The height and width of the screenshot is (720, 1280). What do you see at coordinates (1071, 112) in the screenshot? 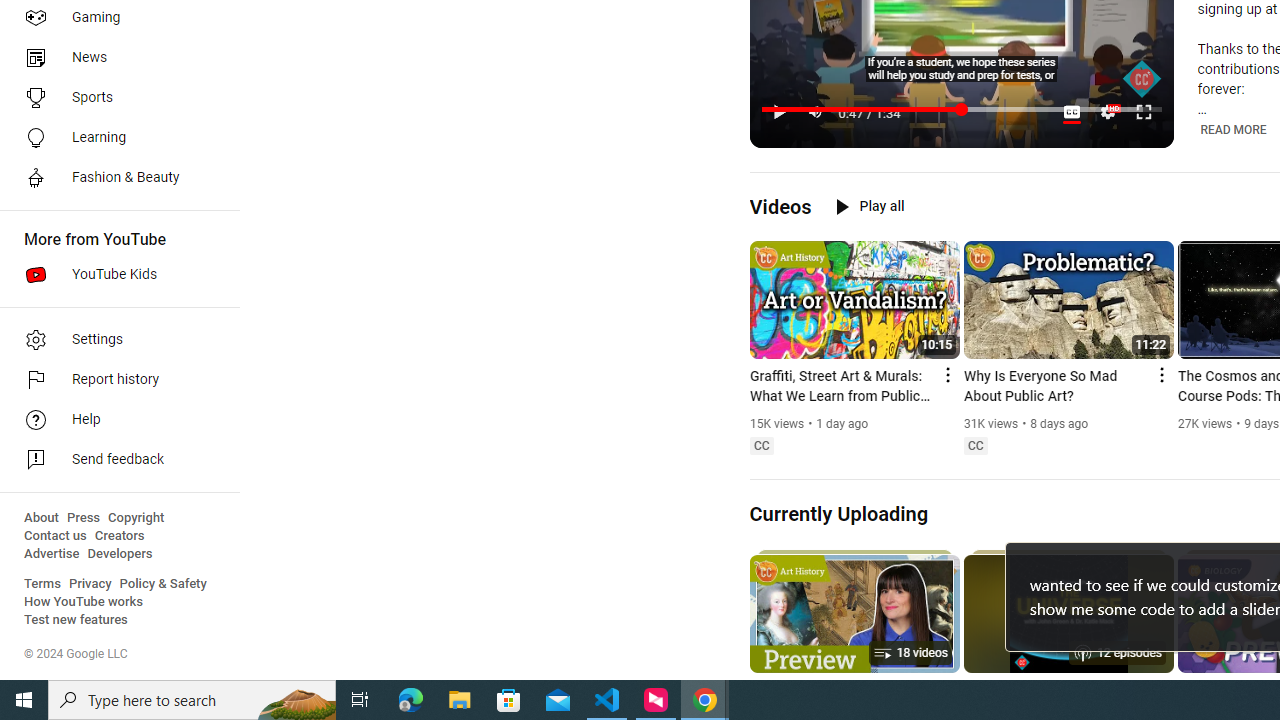
I see `'Subtitles/closed captions unavailable'` at bounding box center [1071, 112].